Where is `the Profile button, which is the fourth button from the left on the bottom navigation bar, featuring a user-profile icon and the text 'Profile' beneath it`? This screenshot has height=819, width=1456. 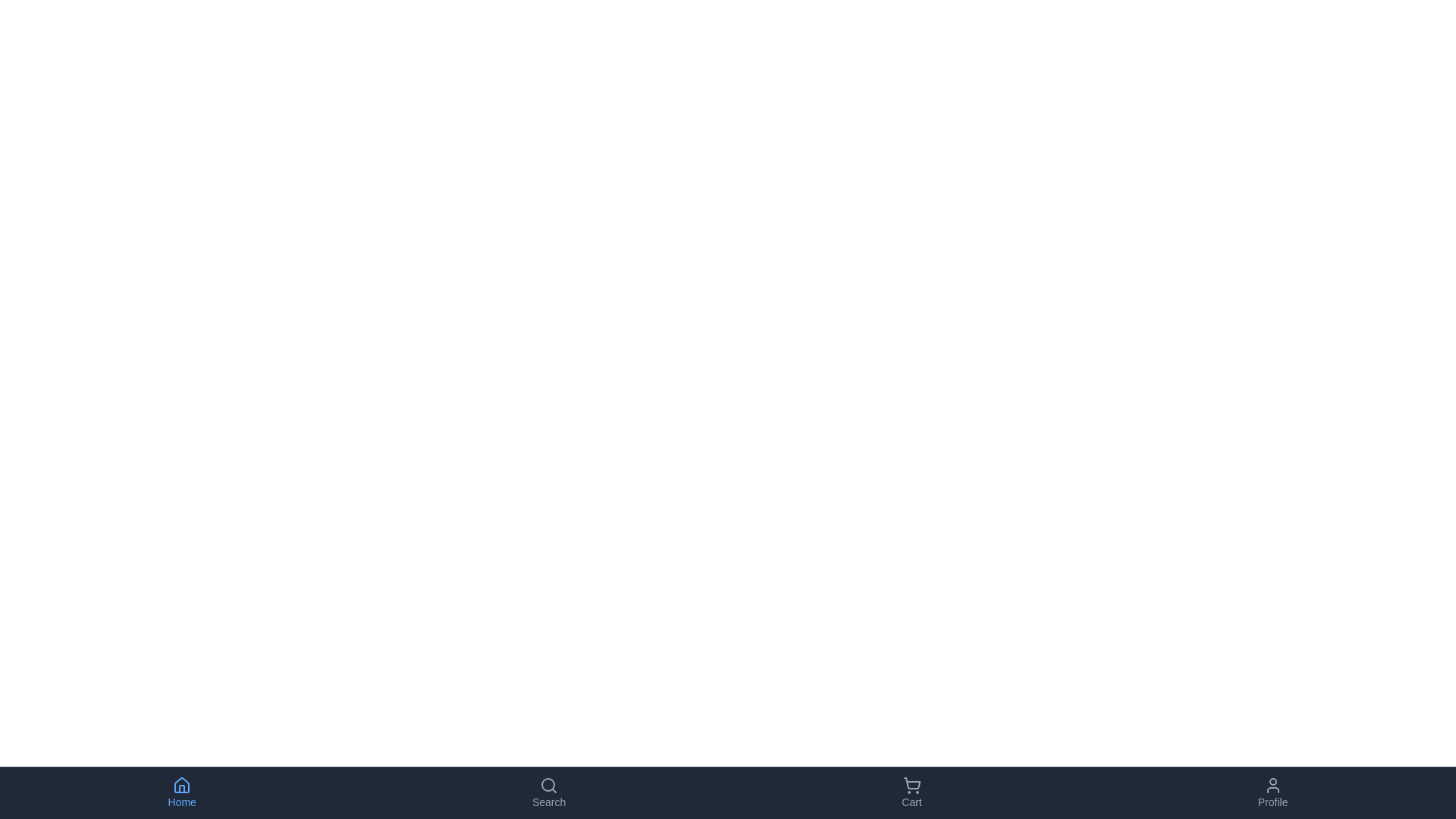 the Profile button, which is the fourth button from the left on the bottom navigation bar, featuring a user-profile icon and the text 'Profile' beneath it is located at coordinates (1272, 792).